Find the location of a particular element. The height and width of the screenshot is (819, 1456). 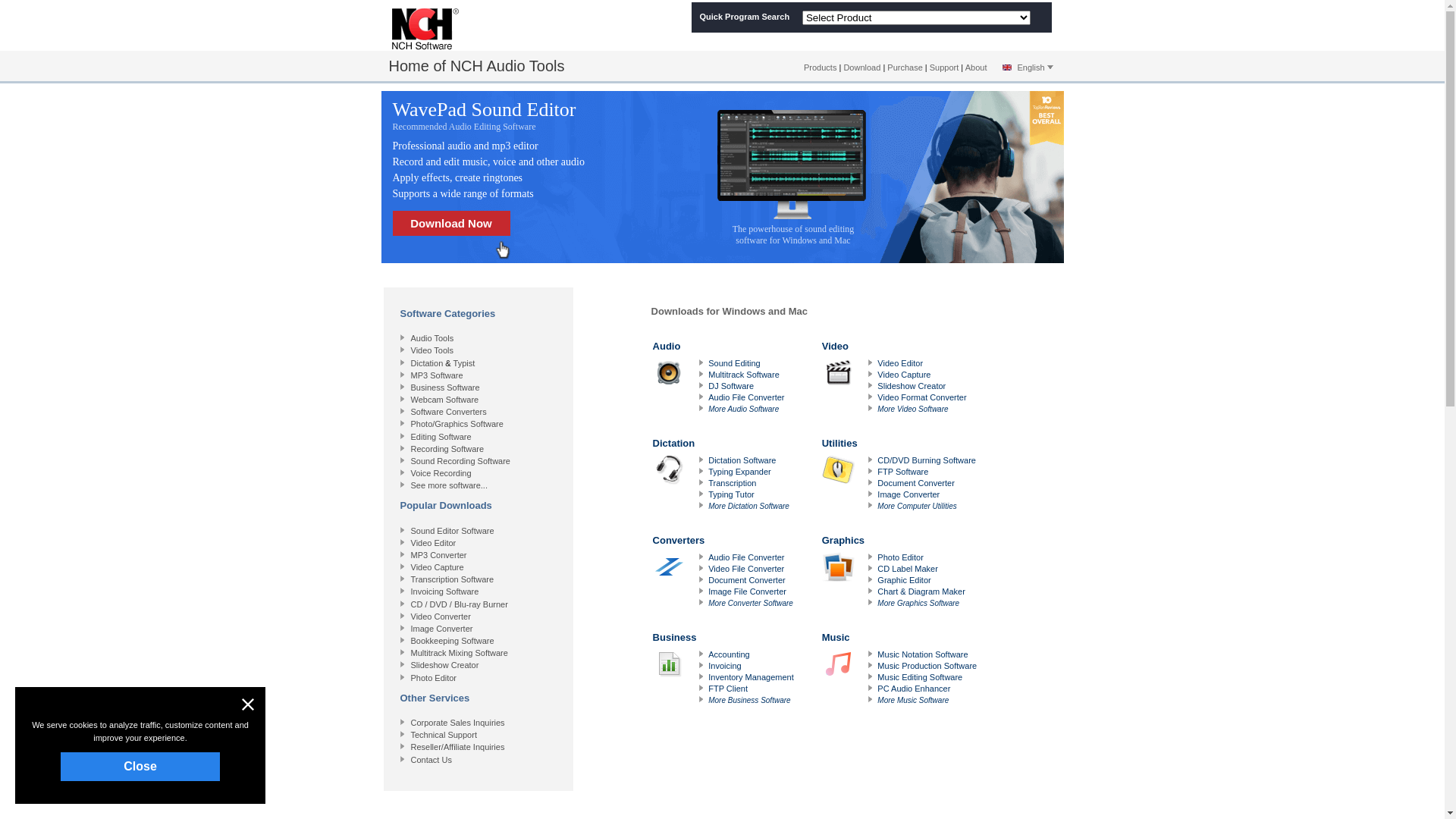

'Business Software' is located at coordinates (411, 386).